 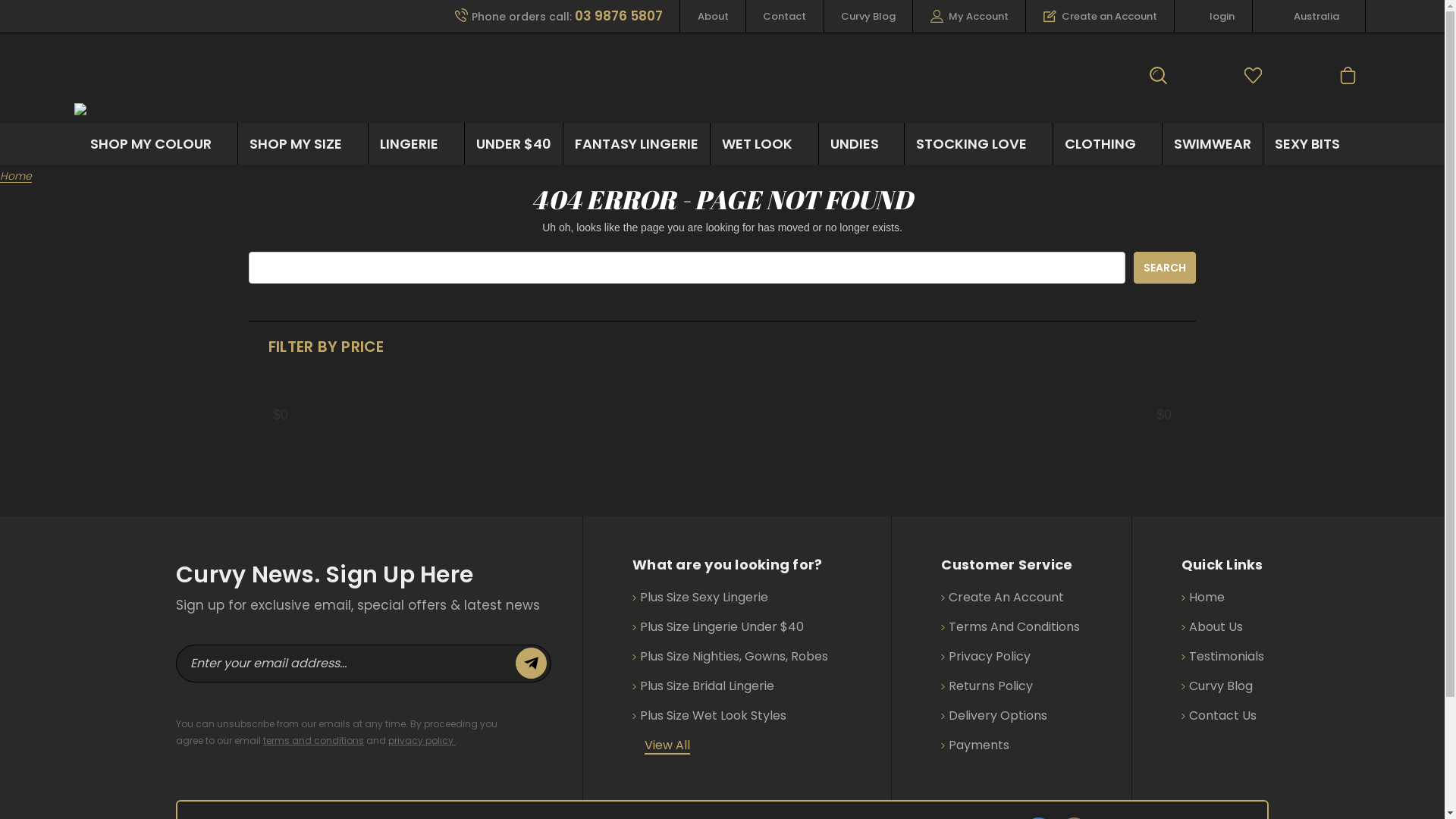 I want to click on 'STOCKING LOVE', so click(x=978, y=143).